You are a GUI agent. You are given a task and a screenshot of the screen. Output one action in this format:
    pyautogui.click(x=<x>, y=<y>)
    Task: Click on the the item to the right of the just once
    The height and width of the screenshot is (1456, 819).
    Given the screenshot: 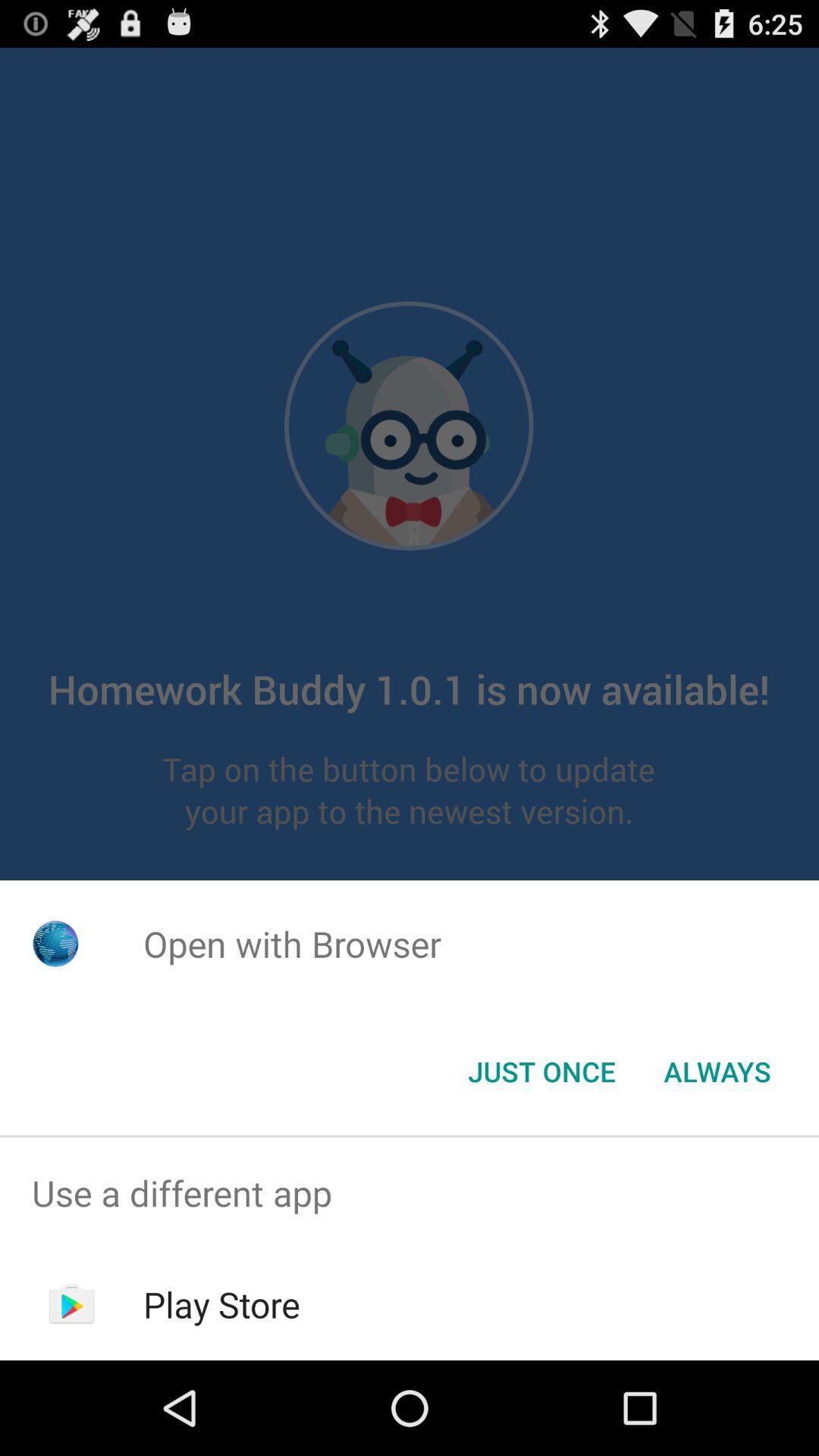 What is the action you would take?
    pyautogui.click(x=717, y=1070)
    